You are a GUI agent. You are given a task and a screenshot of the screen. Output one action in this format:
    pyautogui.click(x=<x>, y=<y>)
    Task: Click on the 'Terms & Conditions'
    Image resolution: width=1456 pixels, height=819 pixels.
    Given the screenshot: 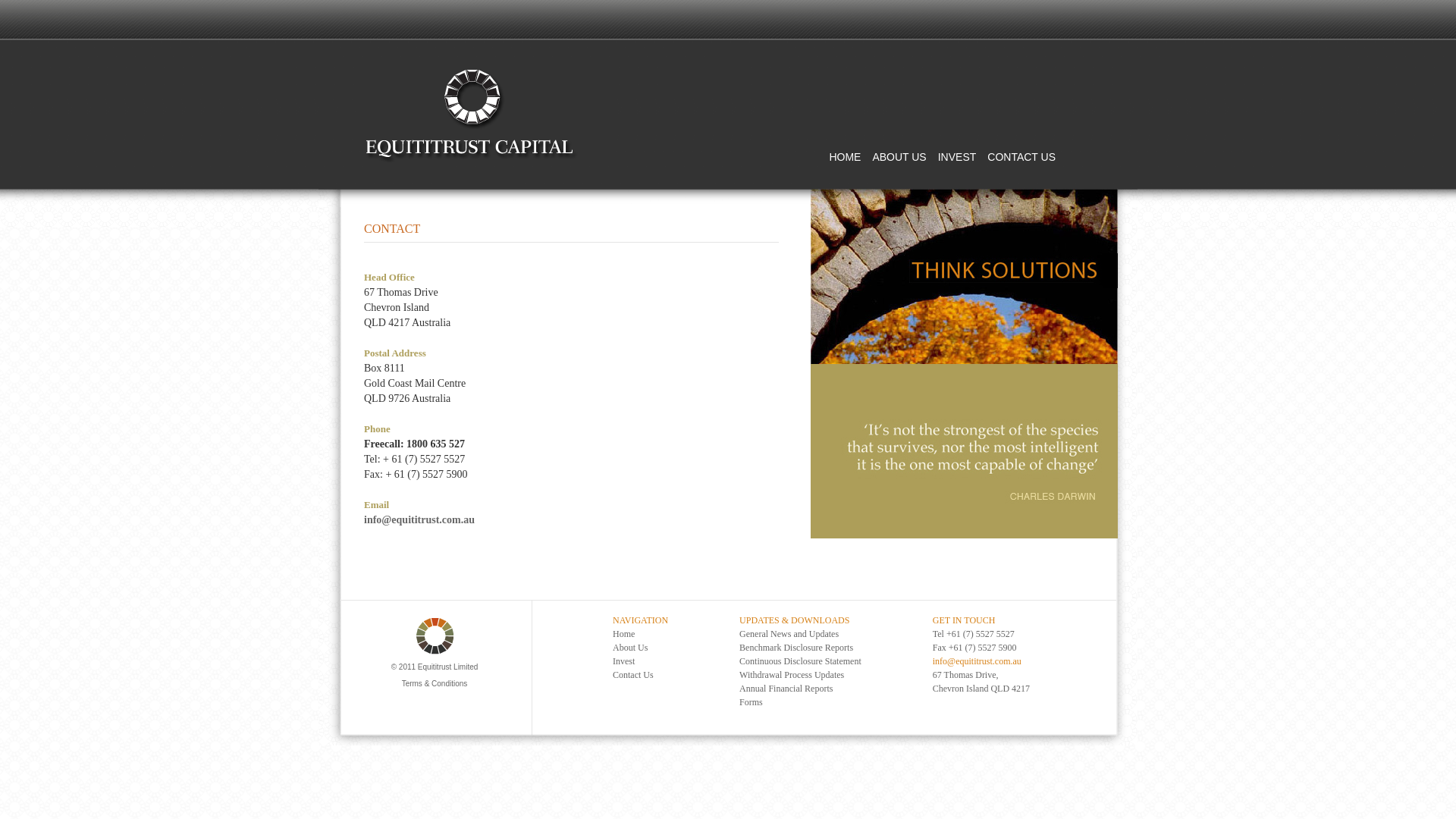 What is the action you would take?
    pyautogui.click(x=338, y=678)
    